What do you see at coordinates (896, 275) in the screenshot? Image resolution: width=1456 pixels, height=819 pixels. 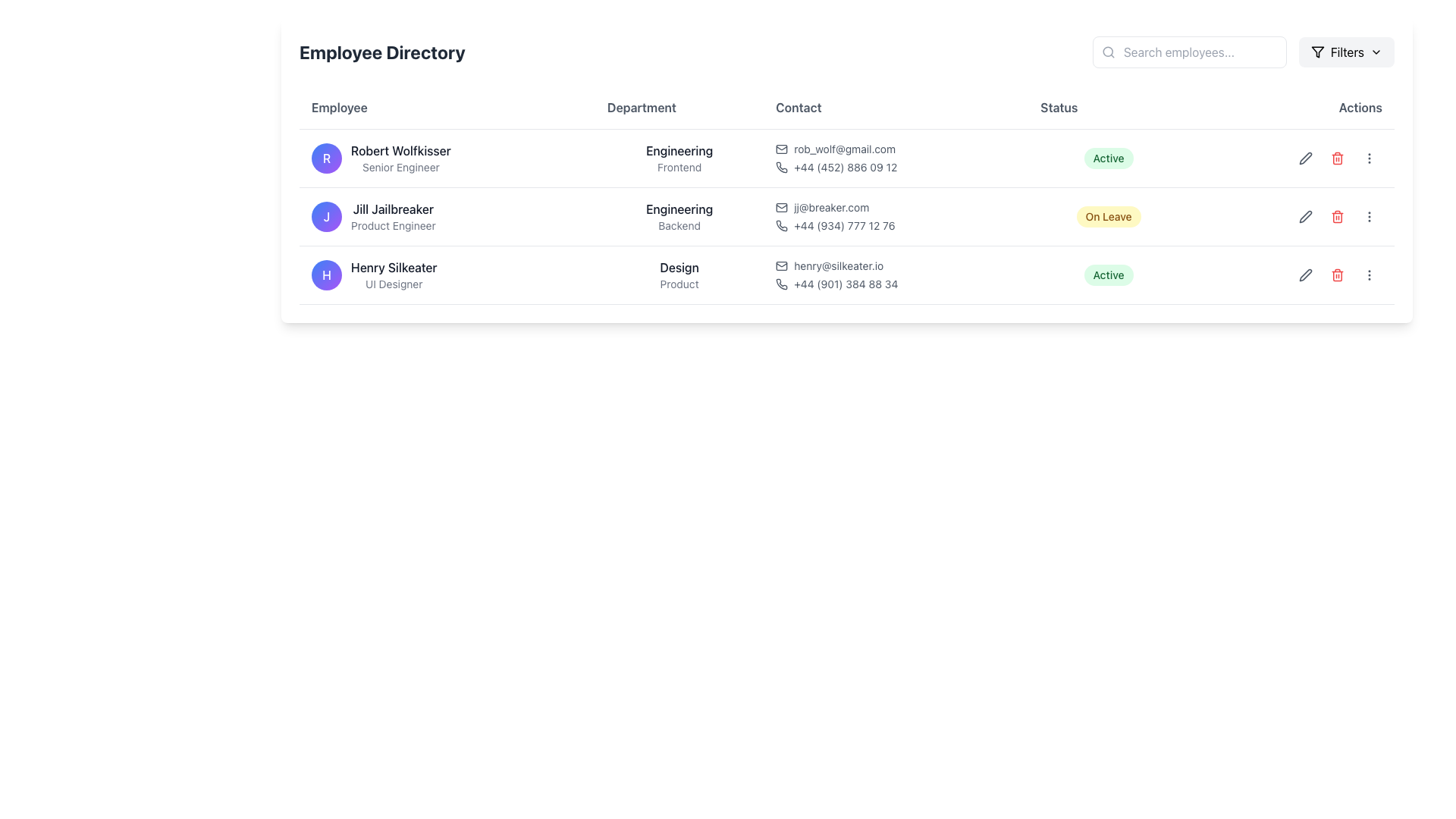 I see `the email address 'henry@silkeater.io' or the phone number '+44 (901) 384 88 34'` at bounding box center [896, 275].